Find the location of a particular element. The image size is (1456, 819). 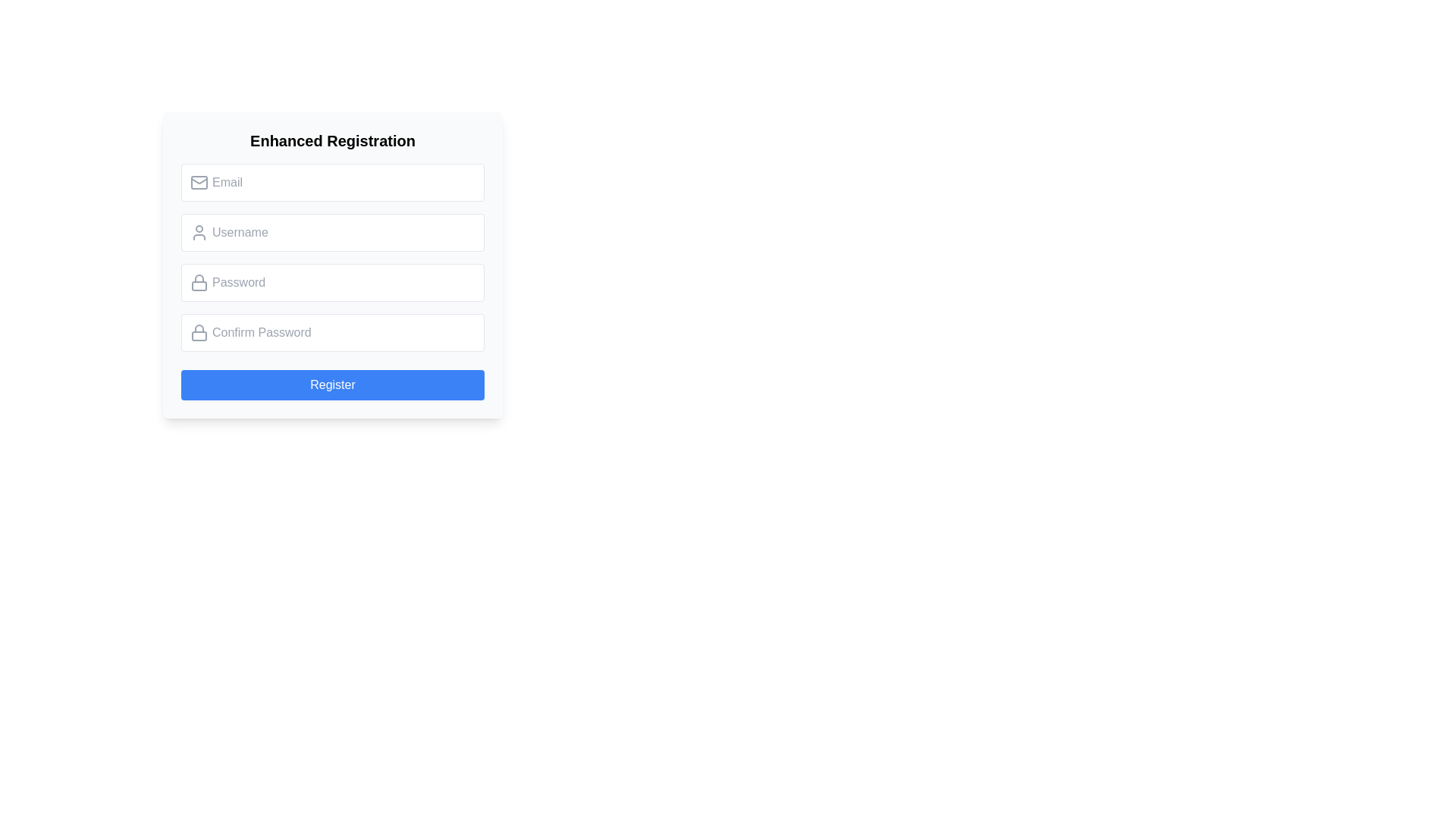

the lock icon located inside the 'Confirm Password' input field, positioned on the left side near the placeholder text is located at coordinates (199, 328).